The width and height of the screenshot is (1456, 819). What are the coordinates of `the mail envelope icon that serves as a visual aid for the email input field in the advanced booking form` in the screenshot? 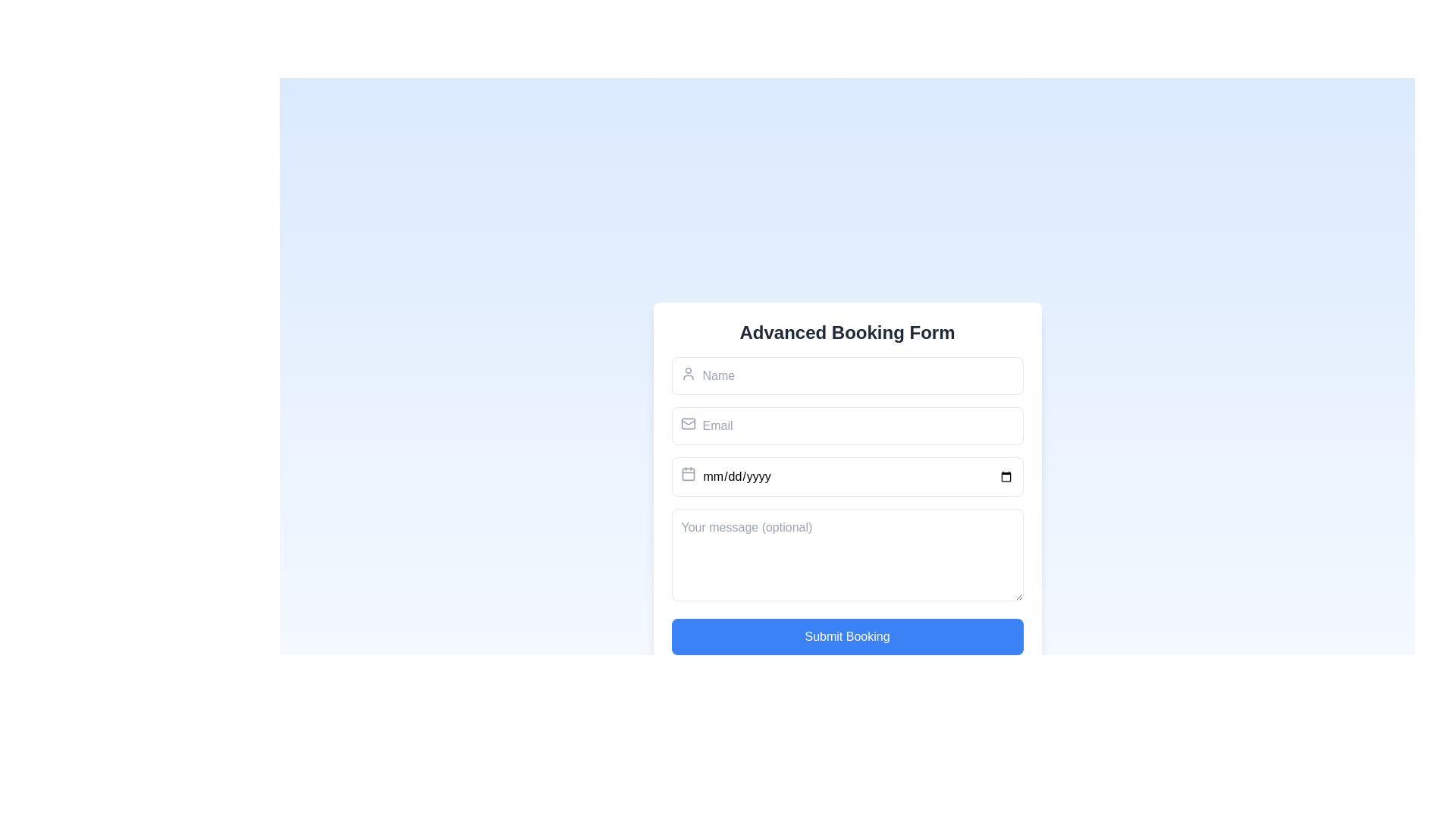 It's located at (687, 423).